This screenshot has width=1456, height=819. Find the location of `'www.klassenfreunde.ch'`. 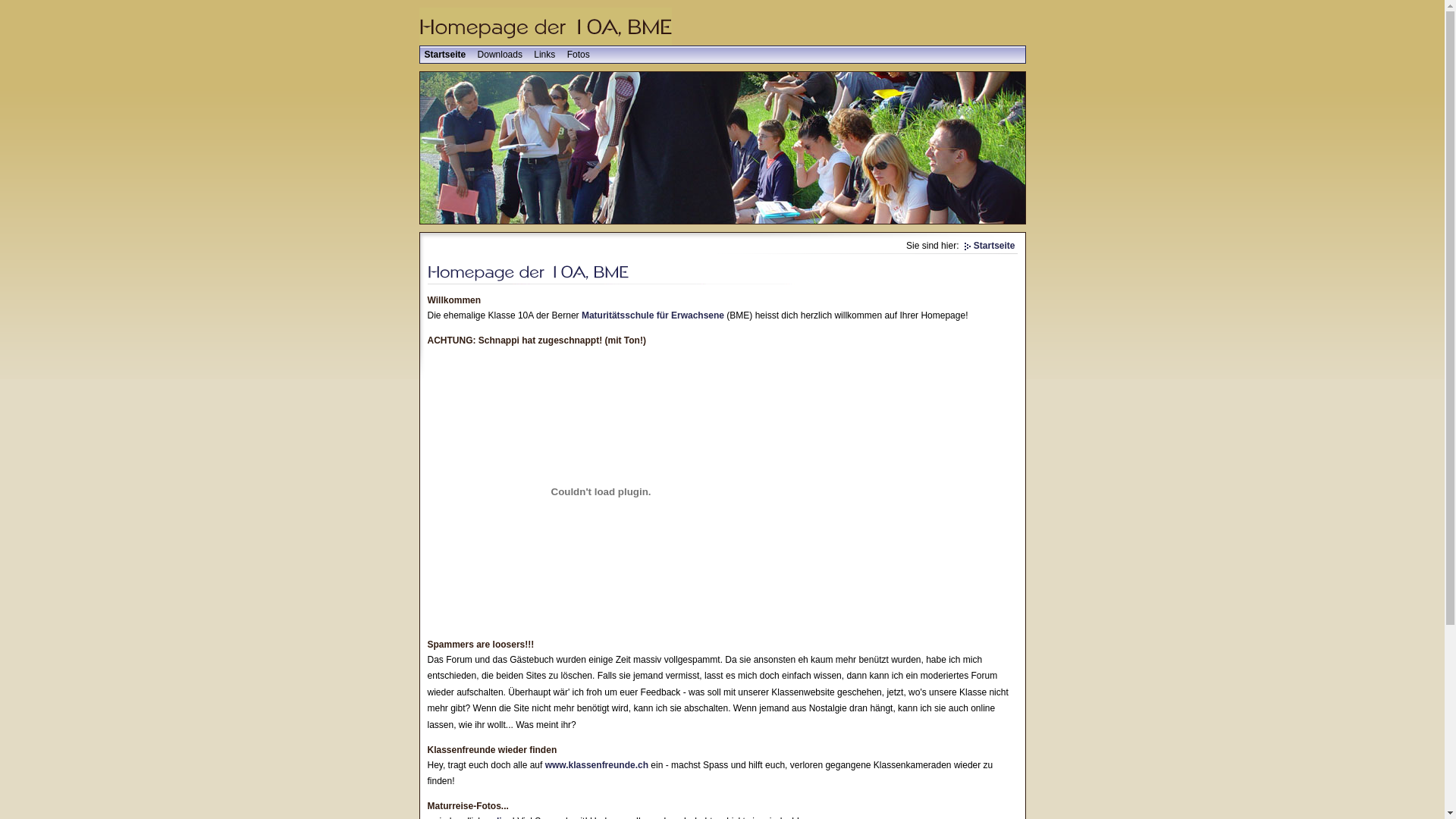

'www.klassenfreunde.ch' is located at coordinates (596, 765).